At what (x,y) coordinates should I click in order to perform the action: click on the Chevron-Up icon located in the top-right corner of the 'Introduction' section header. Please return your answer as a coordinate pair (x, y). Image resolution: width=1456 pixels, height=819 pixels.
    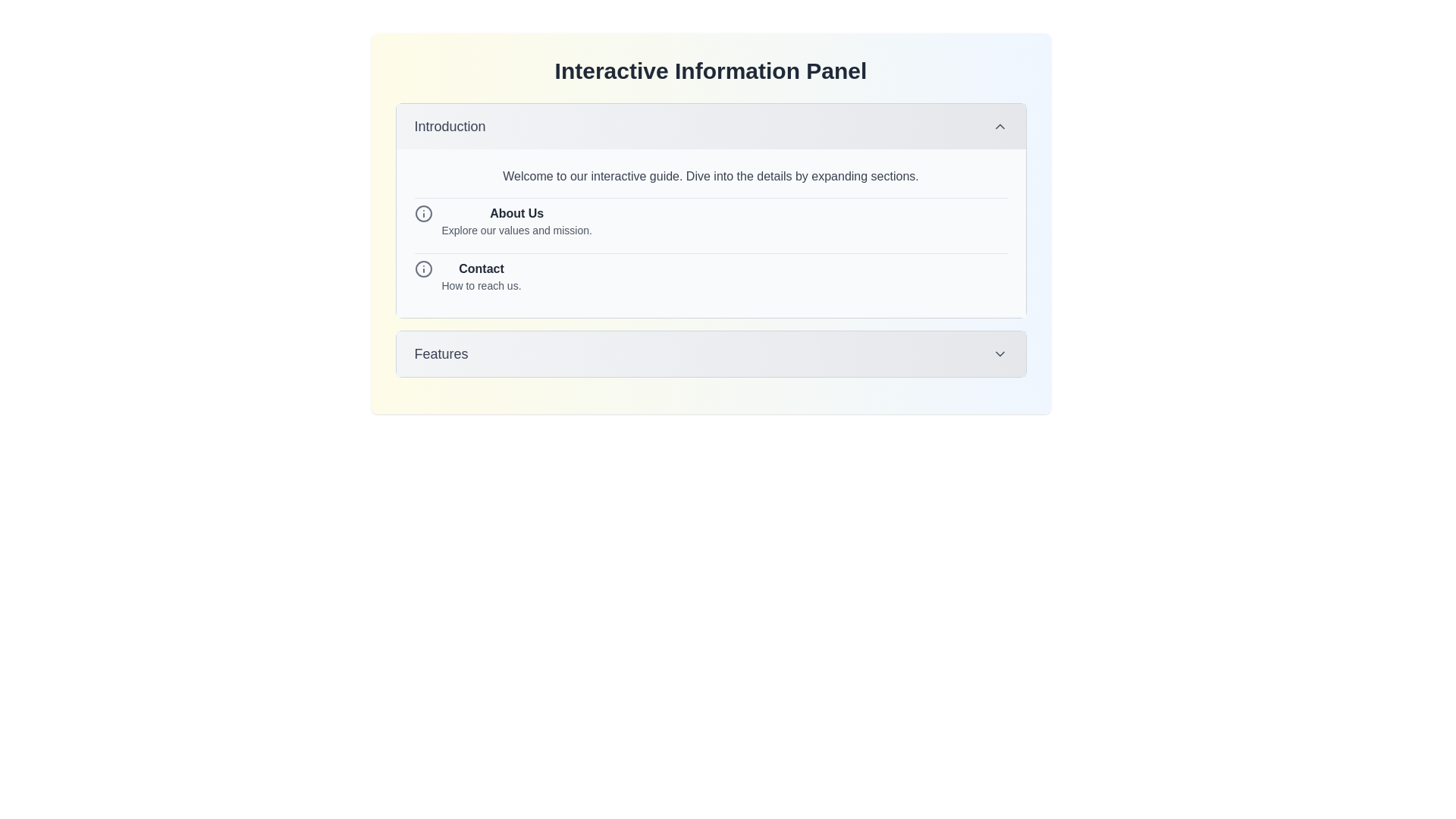
    Looking at the image, I should click on (999, 125).